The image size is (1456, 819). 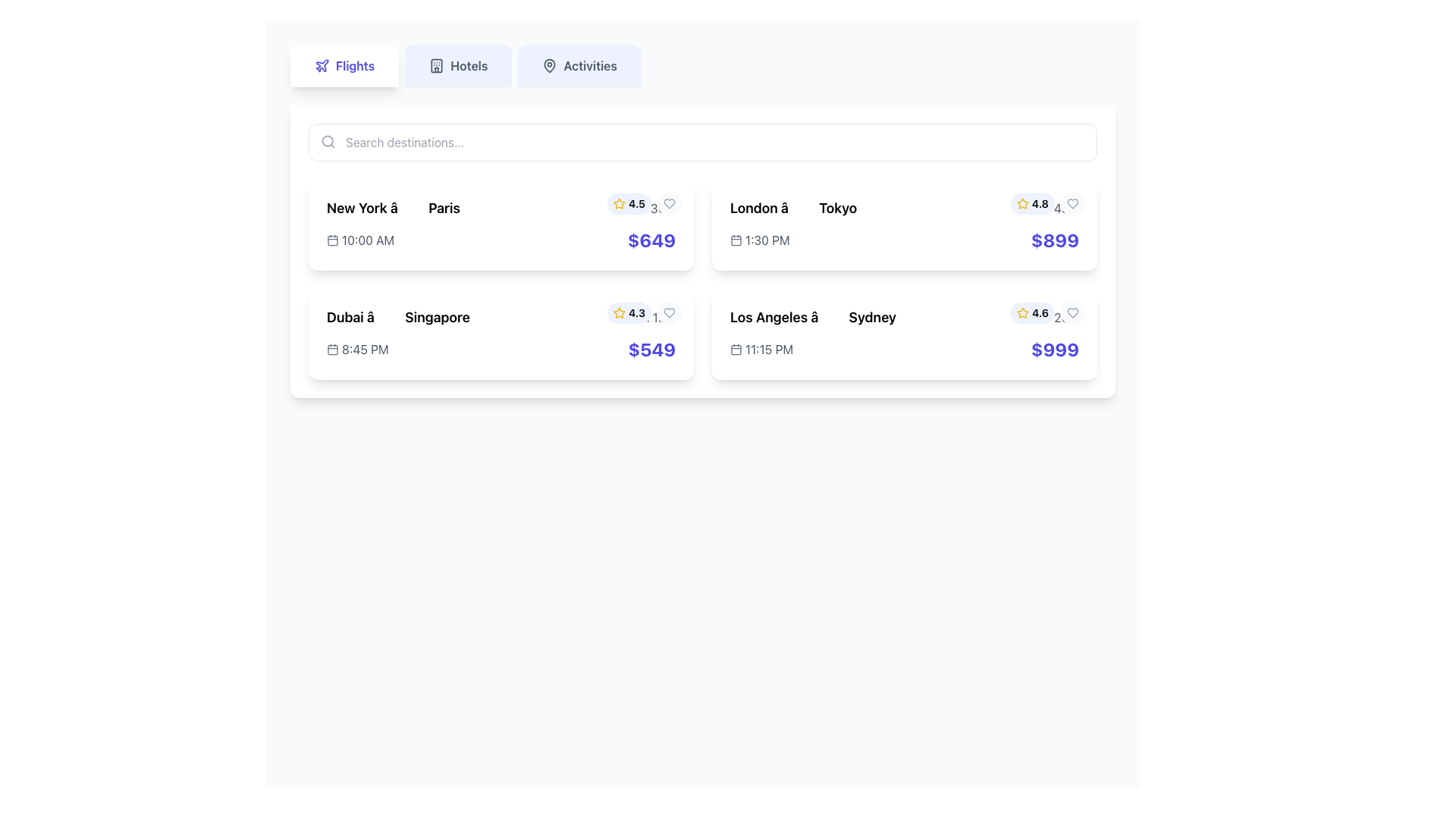 What do you see at coordinates (1022, 317) in the screenshot?
I see `the clock icon, which is a simplistic gray circular design located to the left of the text '15h 20m'` at bounding box center [1022, 317].